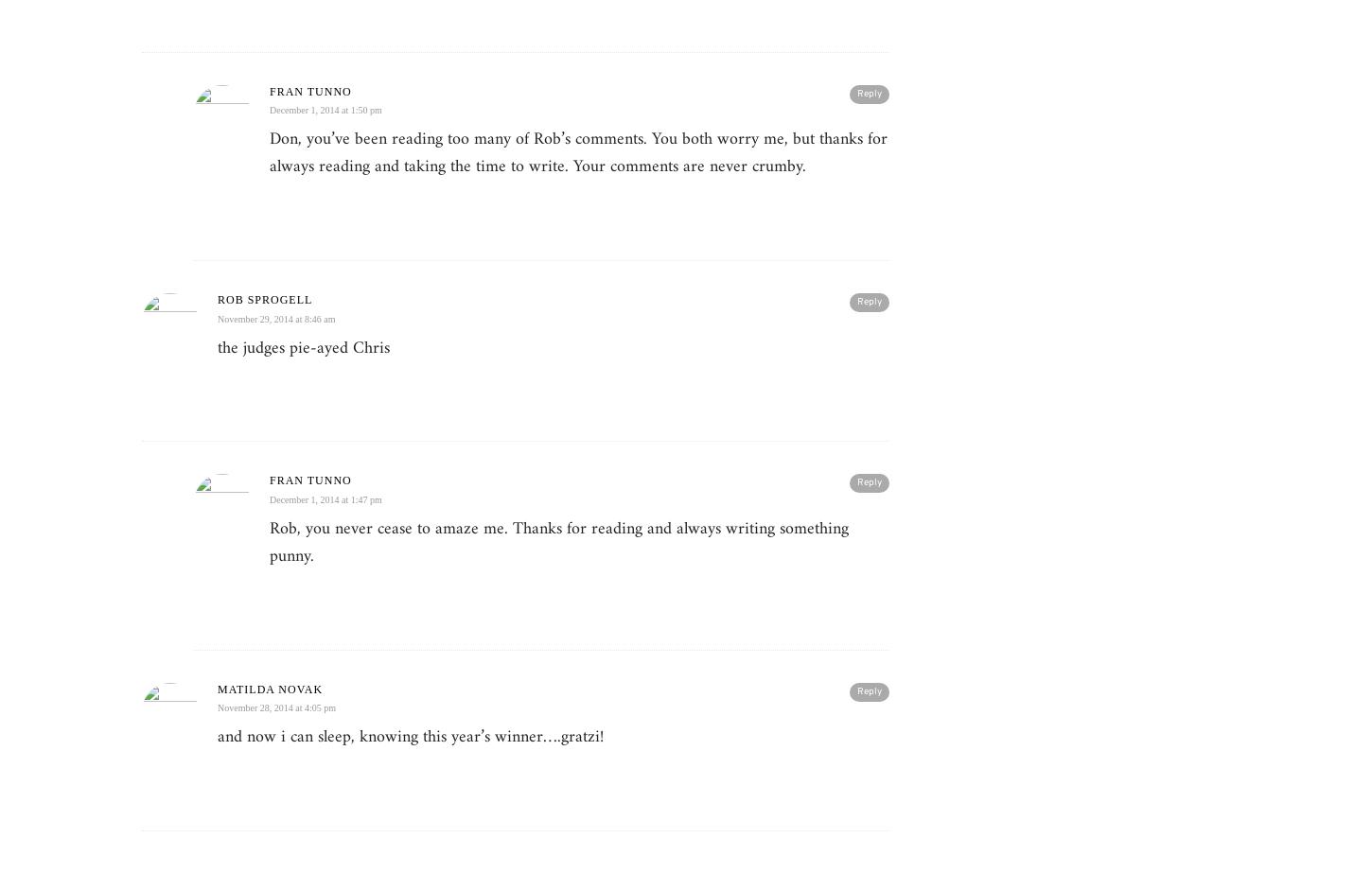 The height and width of the screenshot is (873, 1372). Describe the element at coordinates (325, 110) in the screenshot. I see `'December 1, 2014 at 1:50 pm'` at that location.